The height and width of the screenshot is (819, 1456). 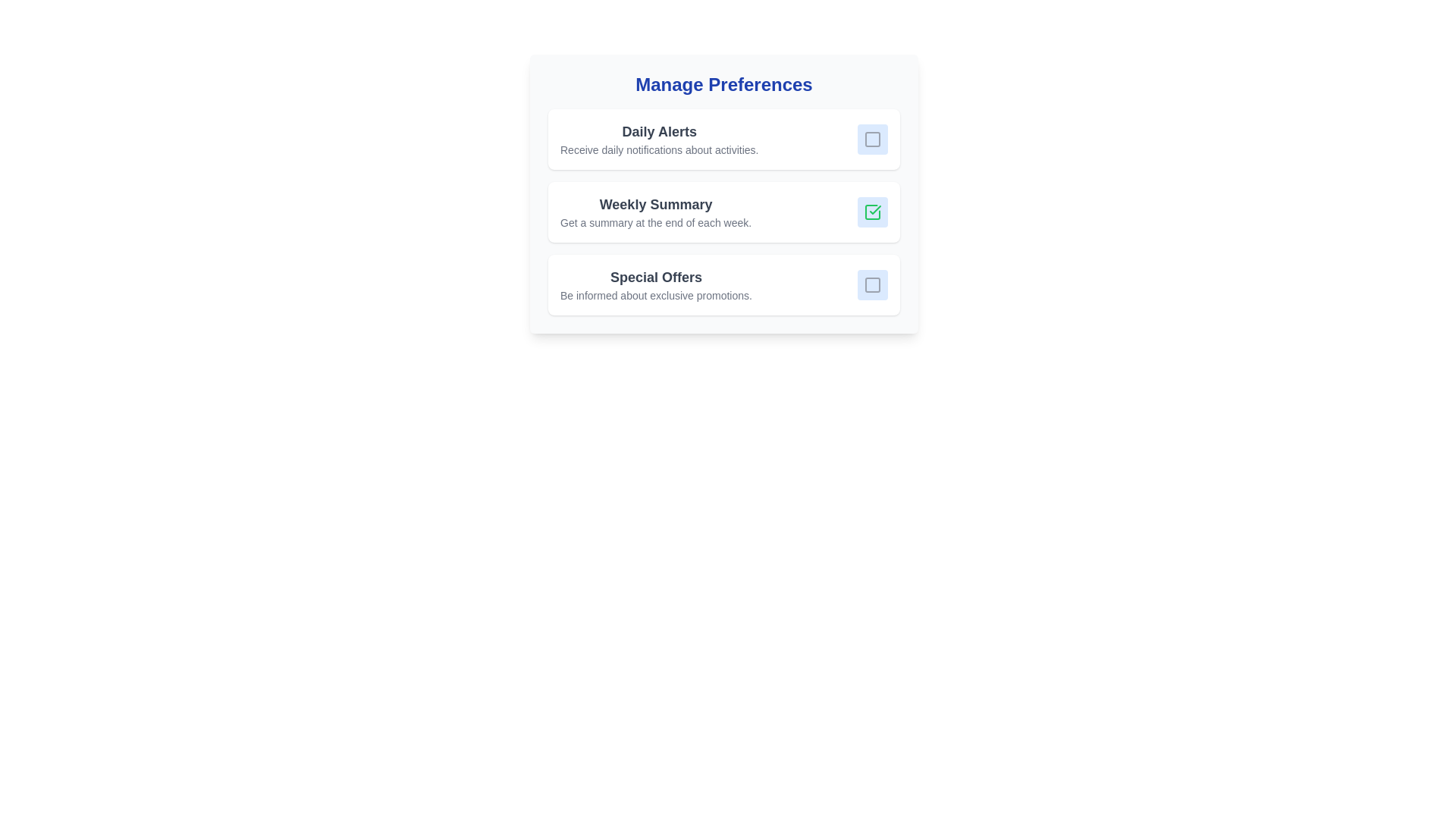 I want to click on the 'Weekly Summary' text label, which serves as the title of a user preference setting for receiving weekly summaries, so click(x=656, y=205).